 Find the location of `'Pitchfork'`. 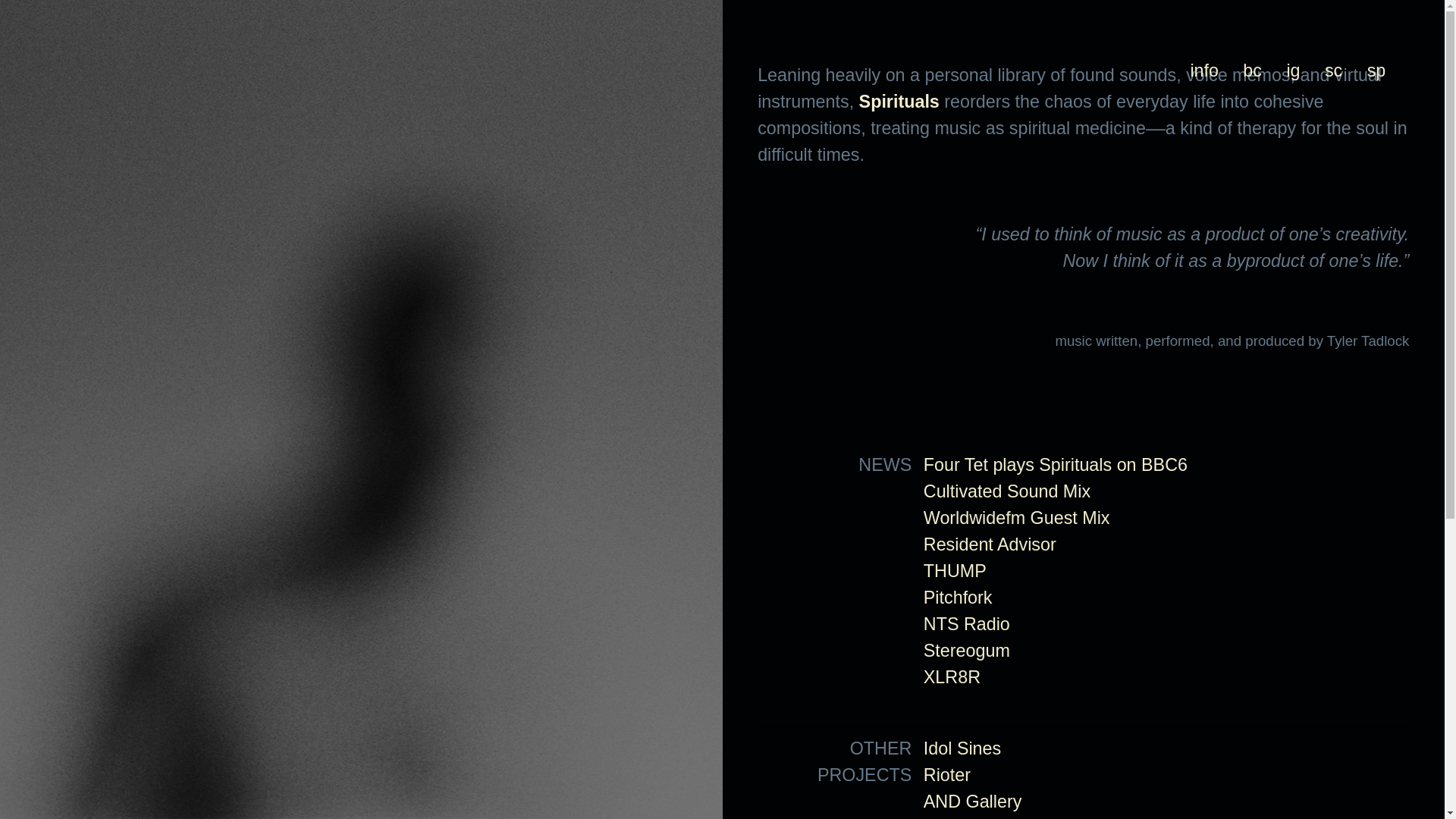

'Pitchfork' is located at coordinates (923, 598).